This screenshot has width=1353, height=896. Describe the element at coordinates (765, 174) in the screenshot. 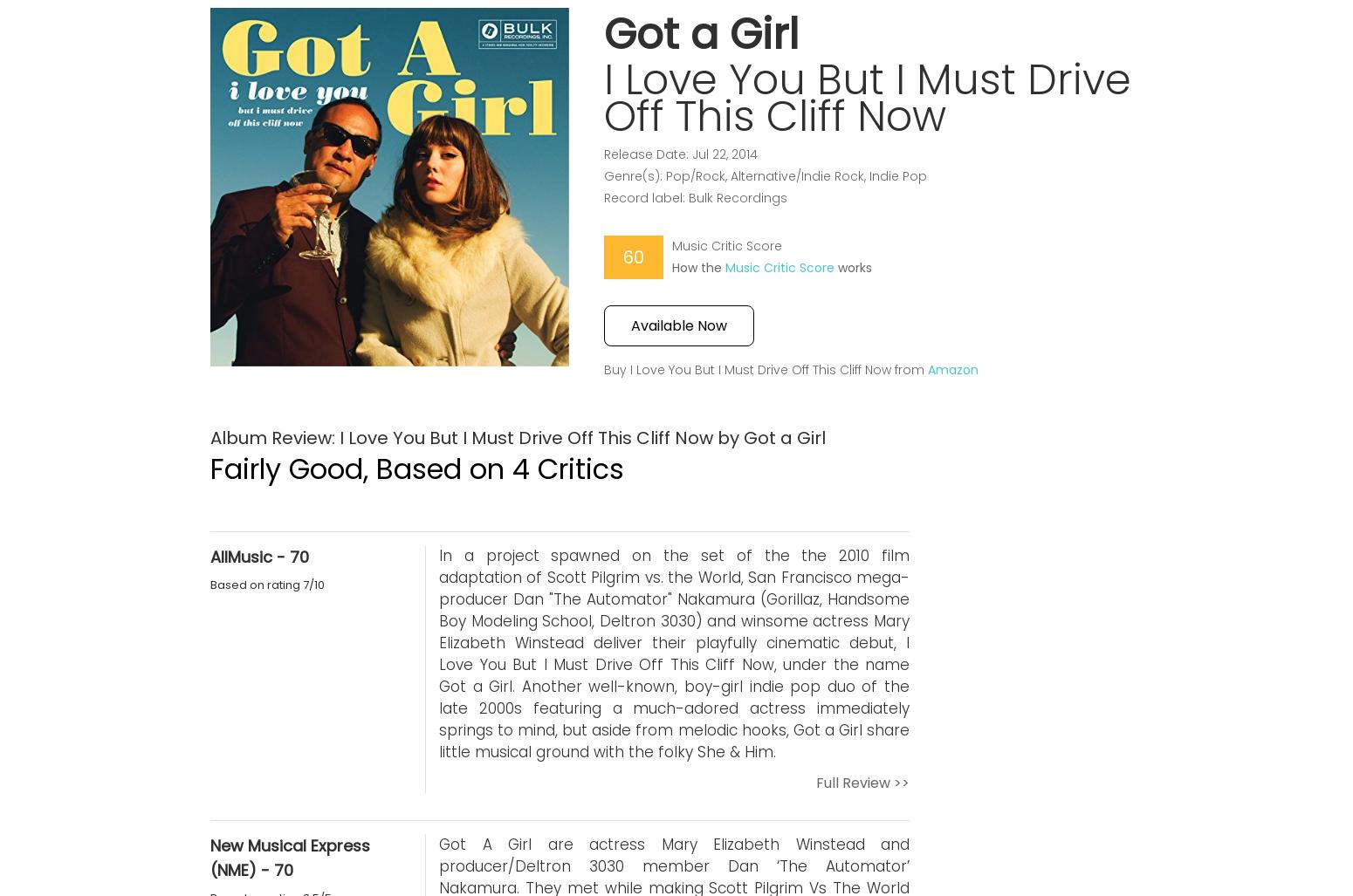

I see `'Genre(s): Pop/Rock, Alternative/Indie Rock, Indie Pop'` at that location.